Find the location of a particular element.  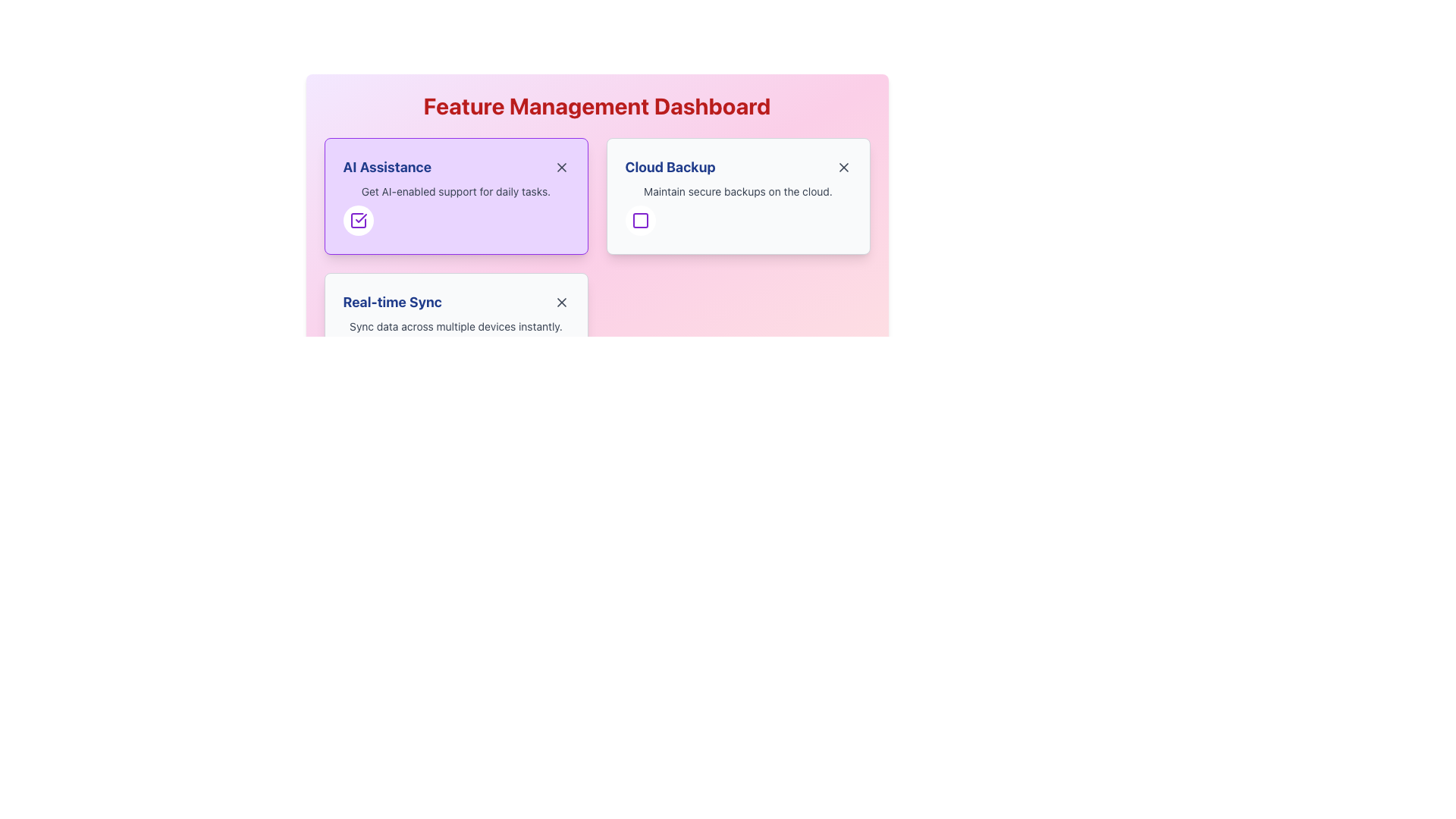

the Text Label that describes the function of the cloud backups, located directly below the 'Cloud Backup' title and above the checkbox is located at coordinates (738, 191).